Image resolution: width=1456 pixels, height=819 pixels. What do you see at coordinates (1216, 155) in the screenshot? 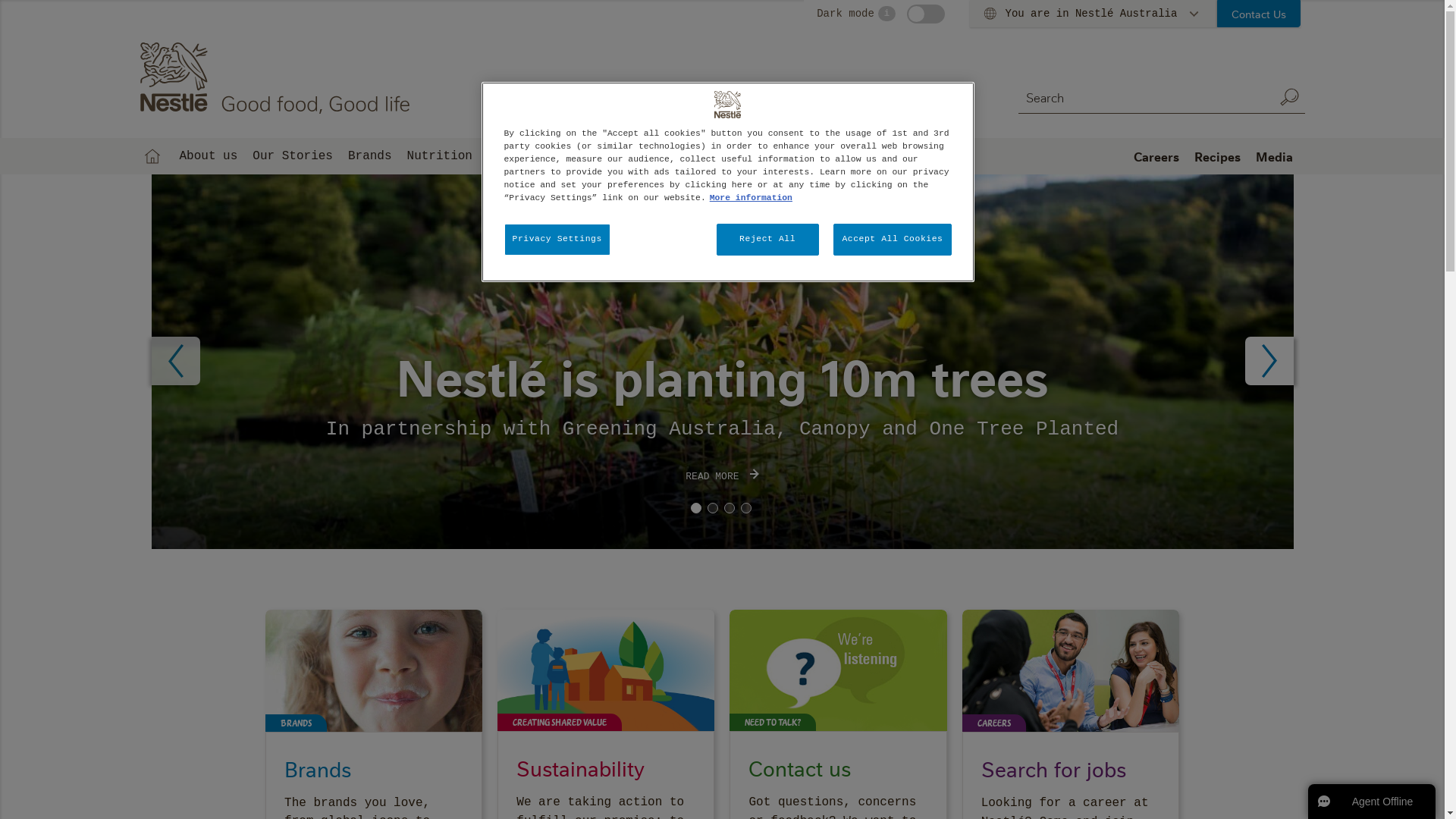
I see `'Recipes'` at bounding box center [1216, 155].